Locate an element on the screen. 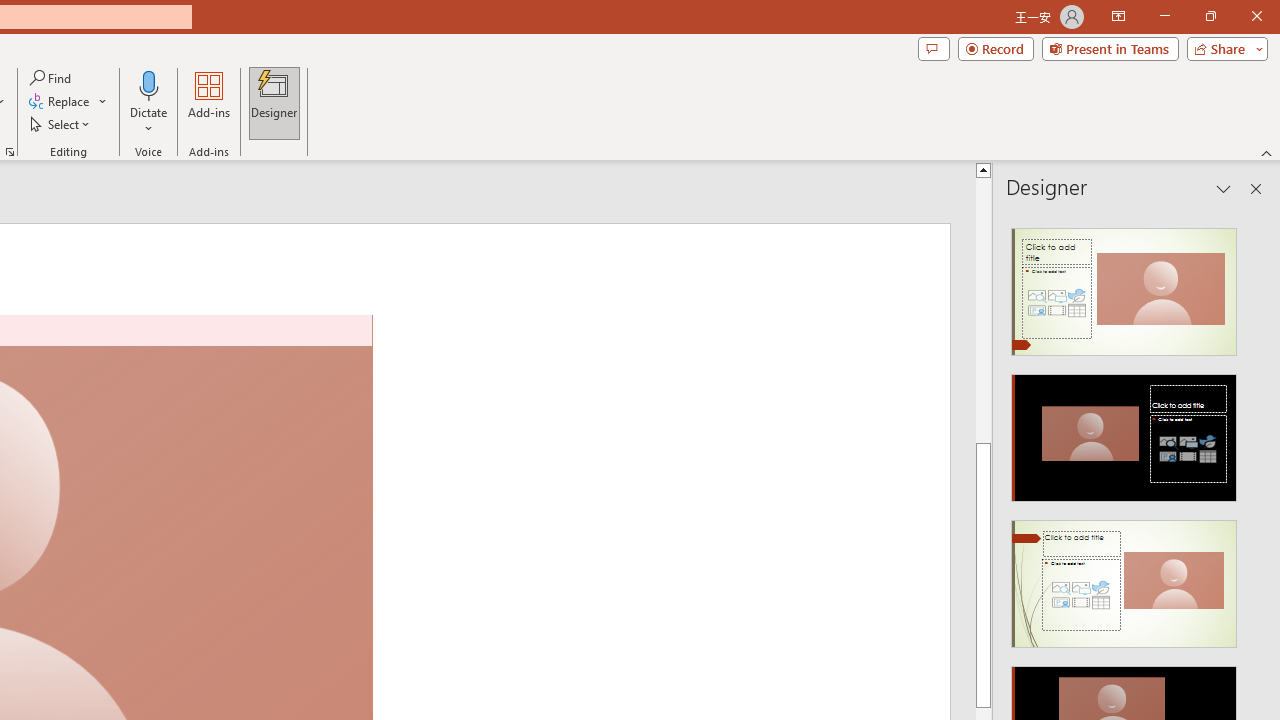  'Dictate' is located at coordinates (148, 84).